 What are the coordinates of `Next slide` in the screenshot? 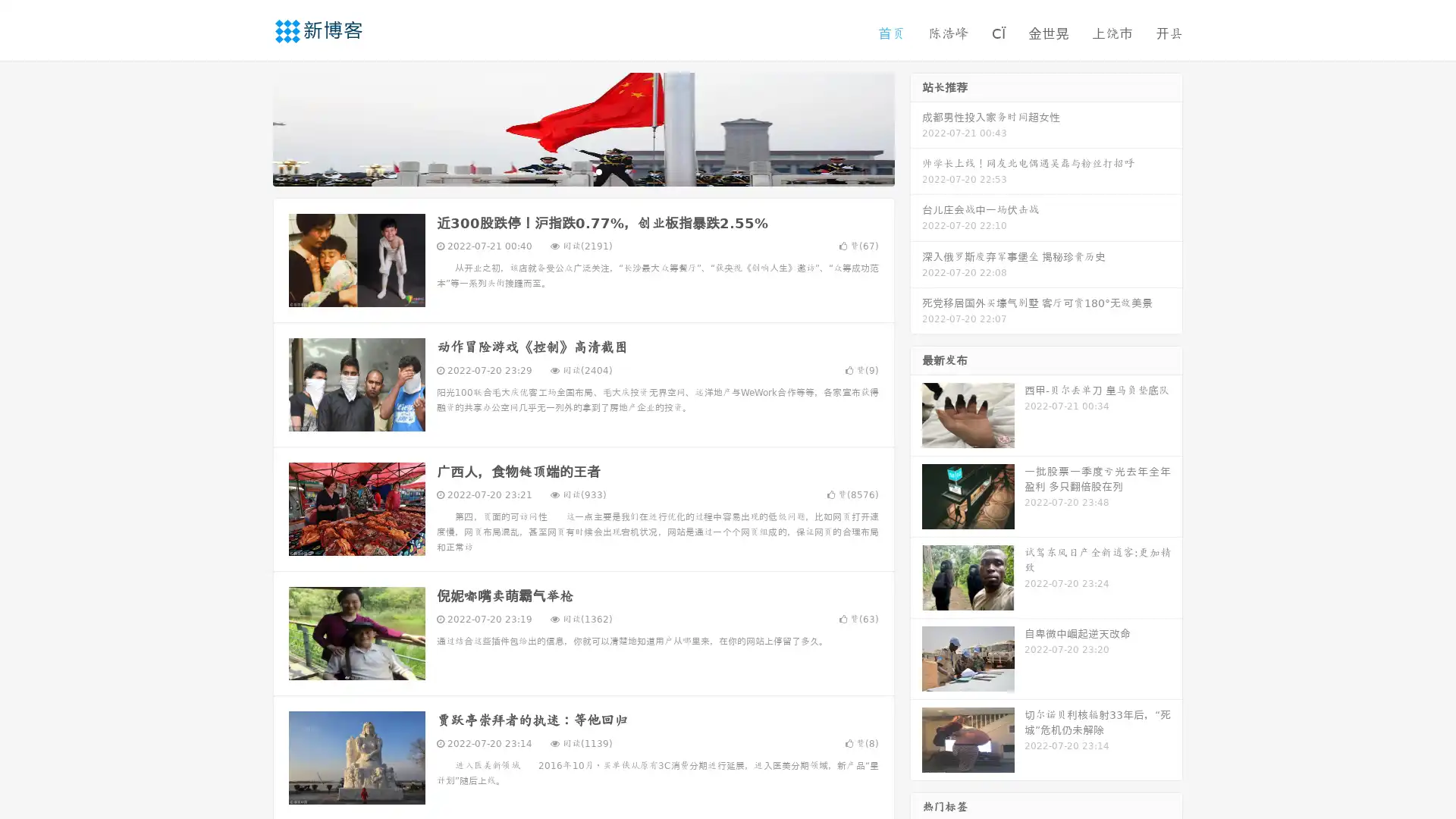 It's located at (916, 127).